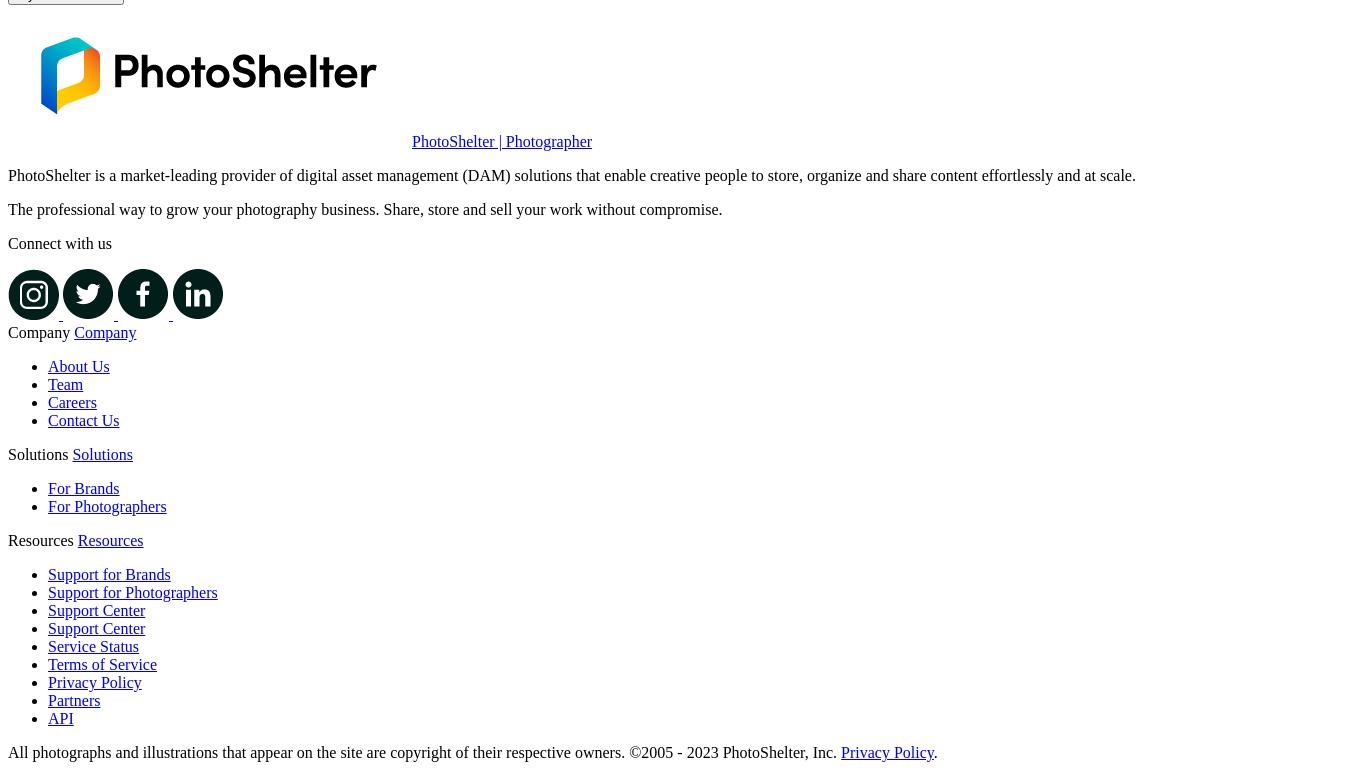 This screenshot has height=777, width=1366. Describe the element at coordinates (932, 751) in the screenshot. I see `'.'` at that location.